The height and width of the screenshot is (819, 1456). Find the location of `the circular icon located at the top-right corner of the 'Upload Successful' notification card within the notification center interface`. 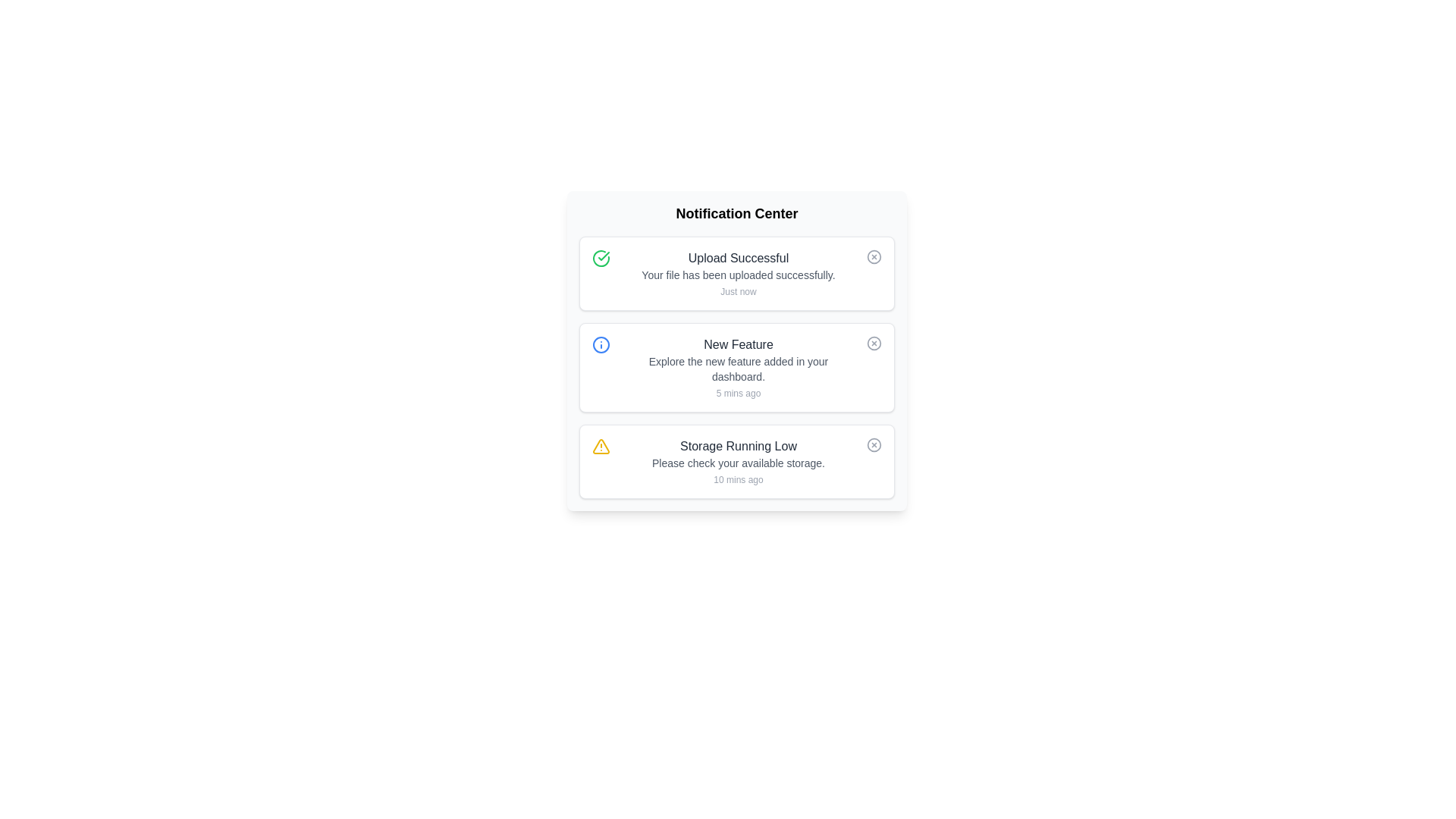

the circular icon located at the top-right corner of the 'Upload Successful' notification card within the notification center interface is located at coordinates (874, 256).